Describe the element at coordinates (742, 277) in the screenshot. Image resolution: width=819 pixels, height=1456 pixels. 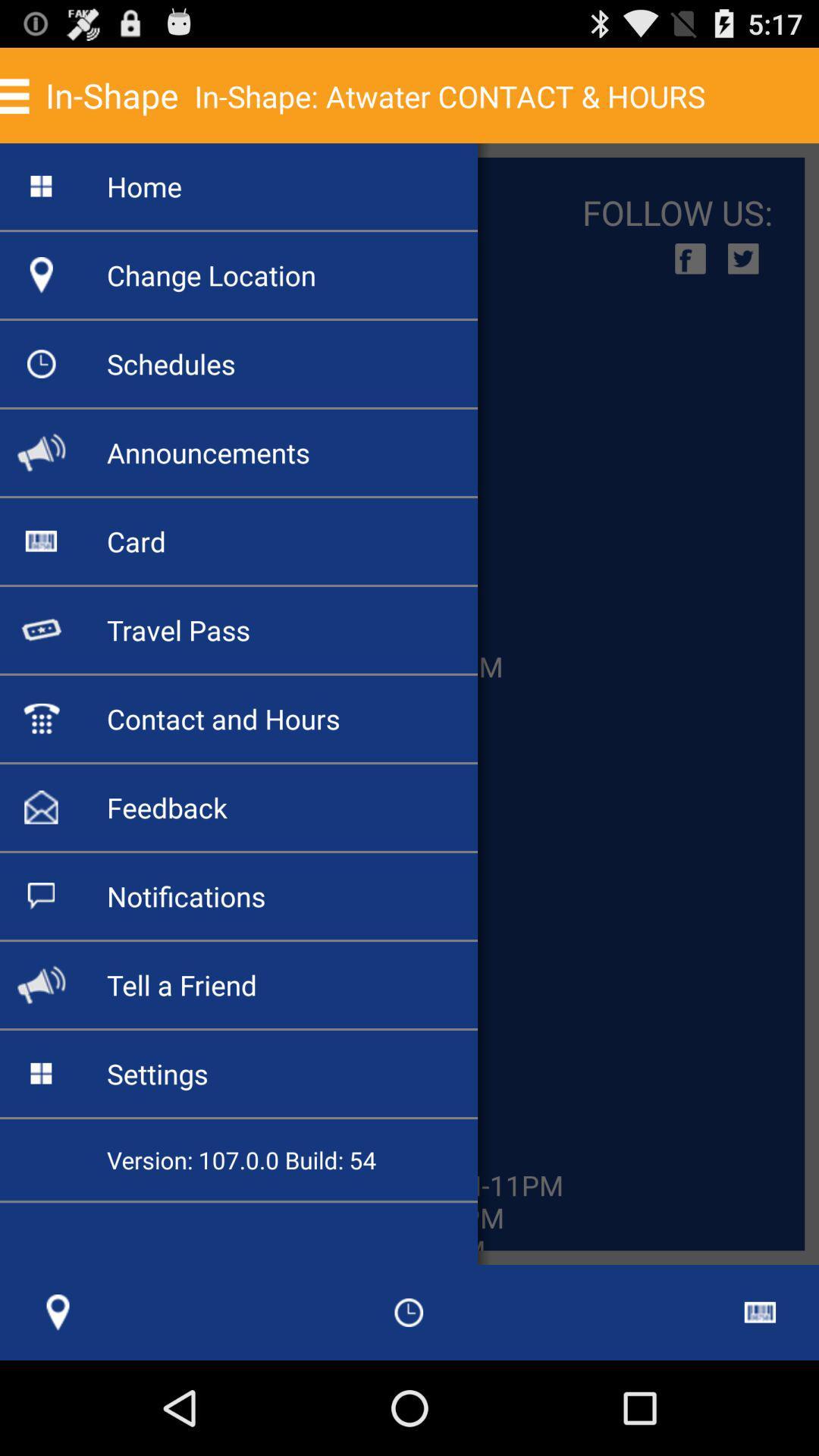
I see `the twitter icon` at that location.